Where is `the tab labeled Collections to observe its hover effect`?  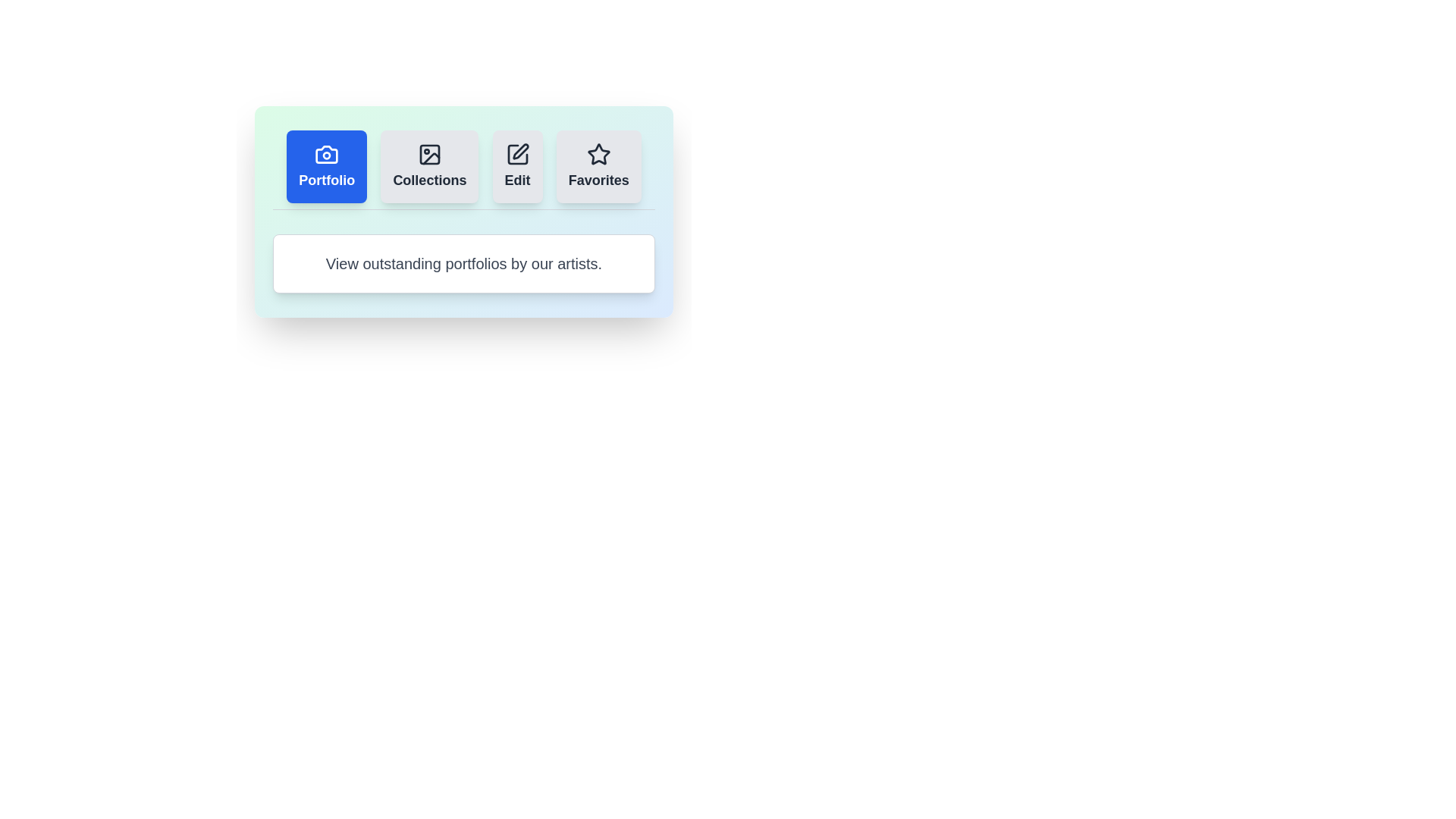
the tab labeled Collections to observe its hover effect is located at coordinates (428, 166).